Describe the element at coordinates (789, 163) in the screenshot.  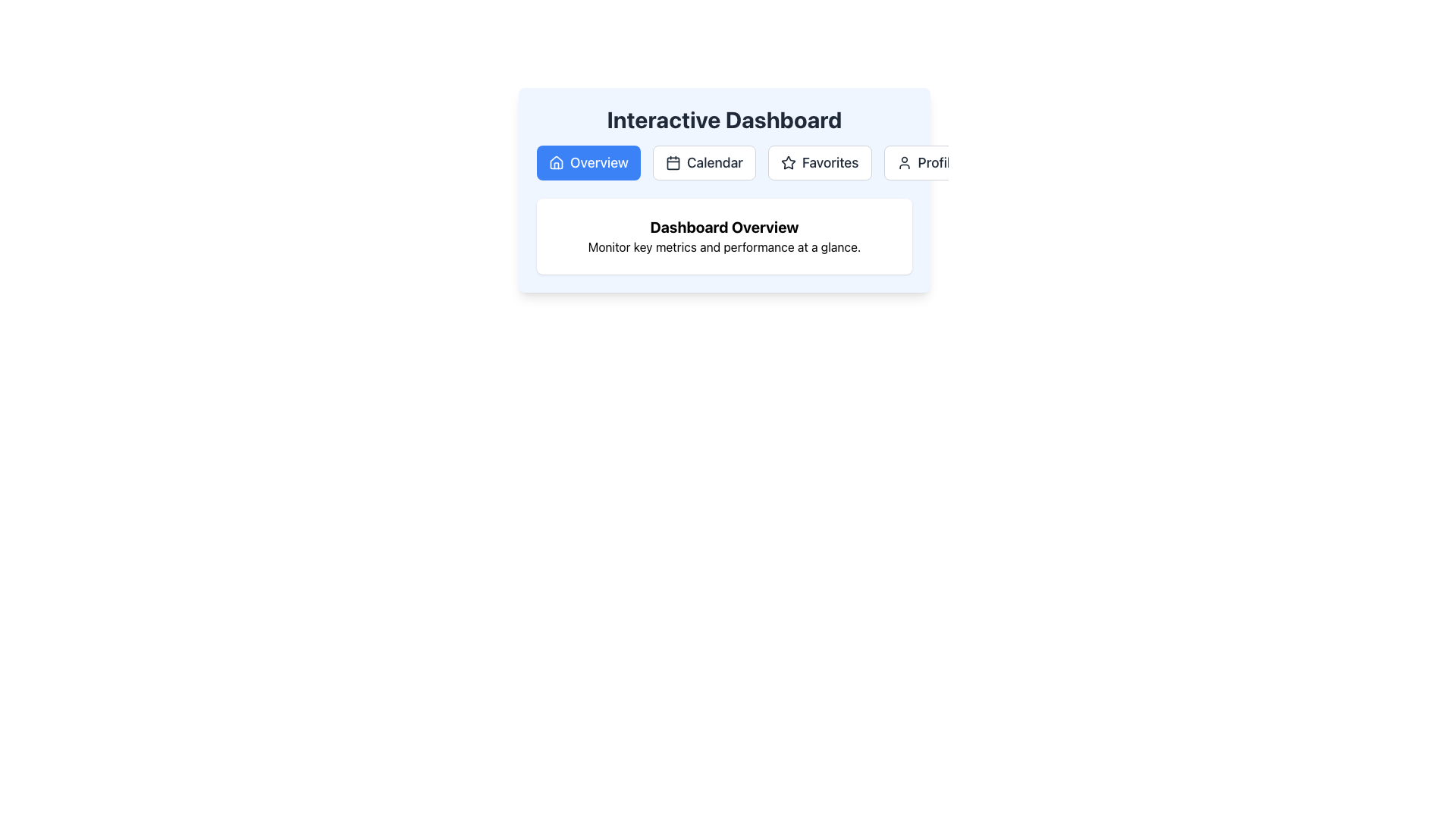
I see `the star-shaped icon with a dark stroke on a white background located to the left of the 'Favorites' text in the navigation area of the 'Interactive Dashboard'` at that location.